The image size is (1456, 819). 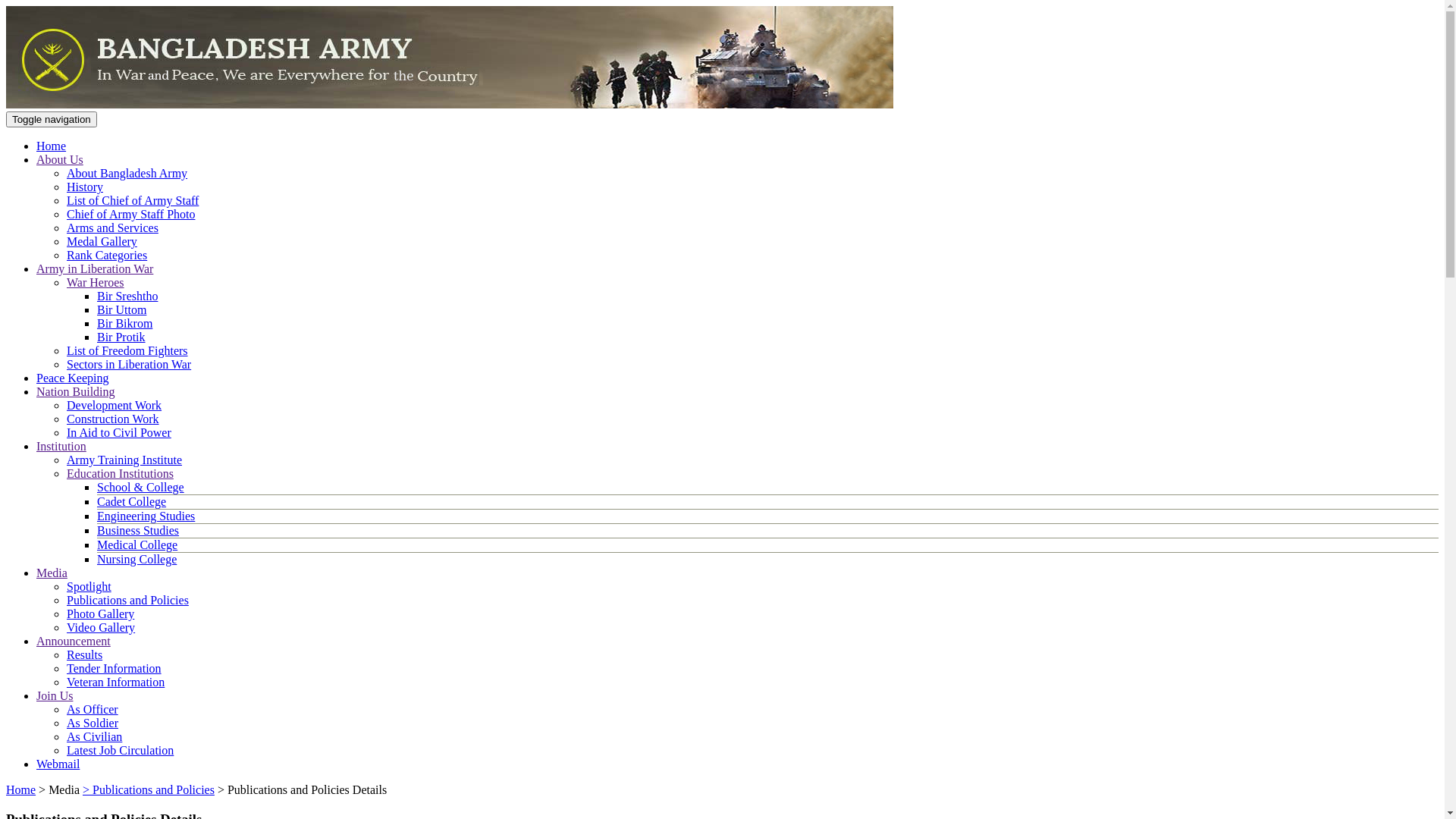 What do you see at coordinates (124, 322) in the screenshot?
I see `'Bir Bikrom'` at bounding box center [124, 322].